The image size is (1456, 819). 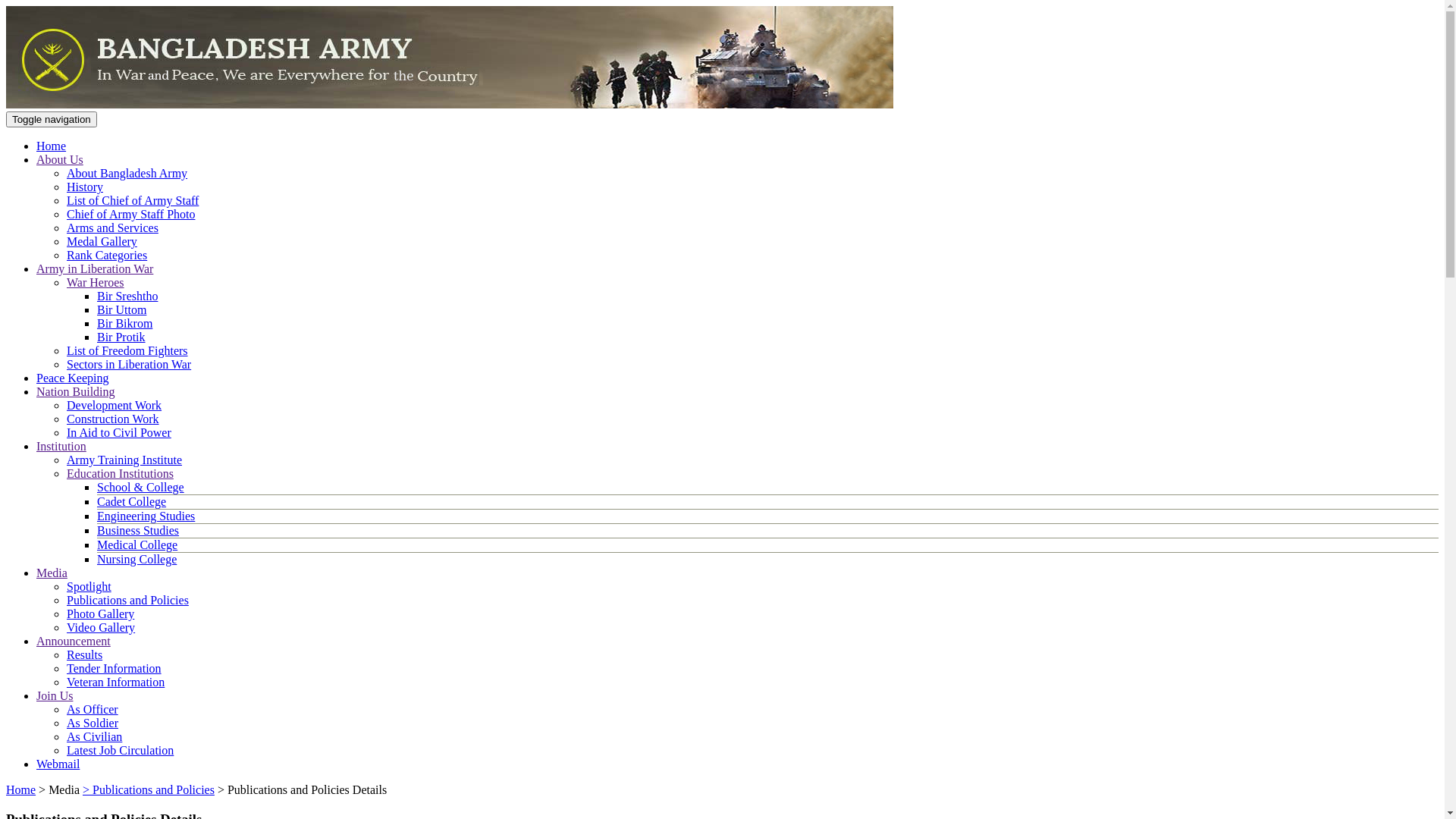 What do you see at coordinates (124, 322) in the screenshot?
I see `'Bir Bikrom'` at bounding box center [124, 322].